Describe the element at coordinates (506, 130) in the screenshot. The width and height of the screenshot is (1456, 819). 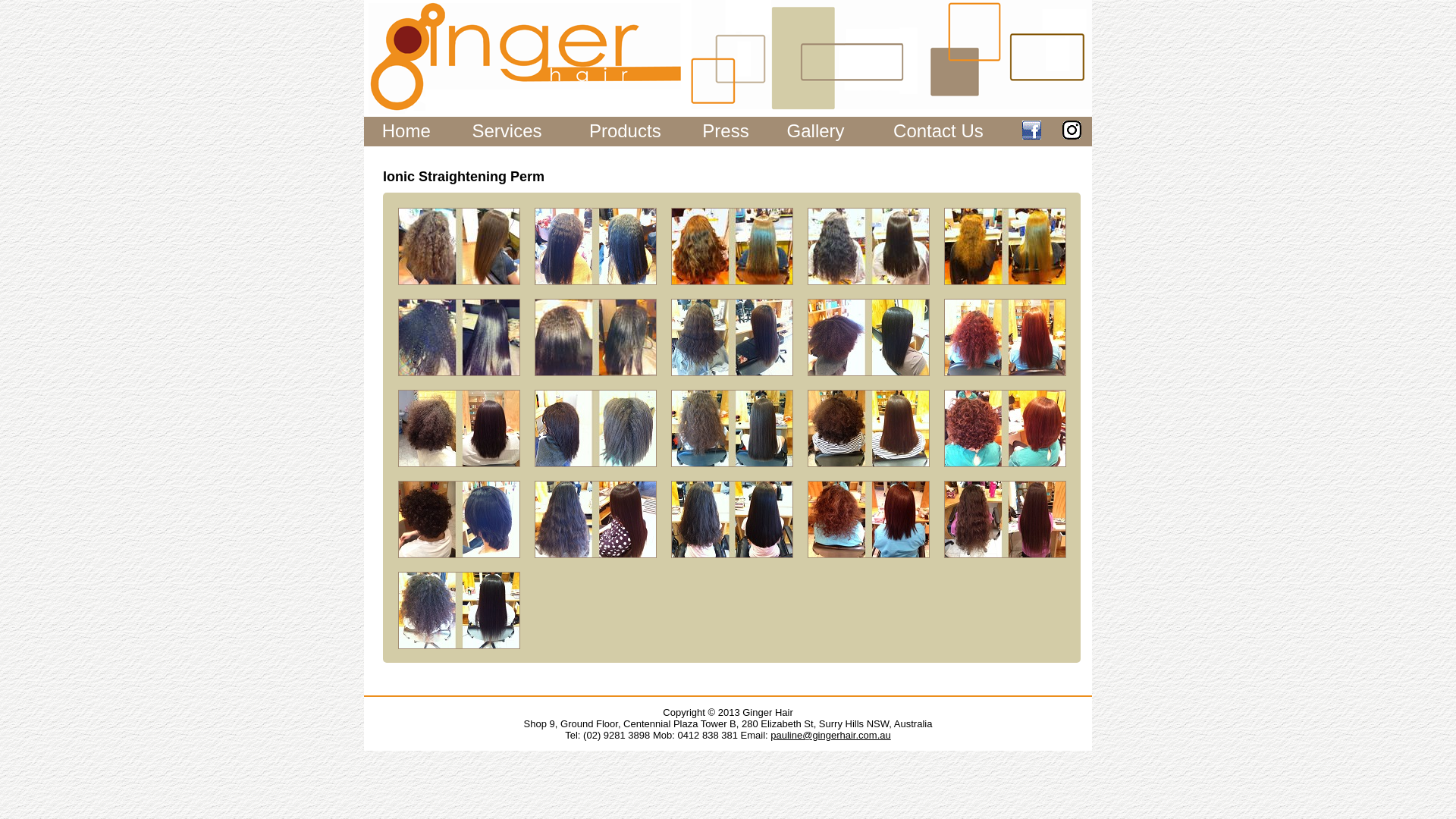
I see `'Services'` at that location.